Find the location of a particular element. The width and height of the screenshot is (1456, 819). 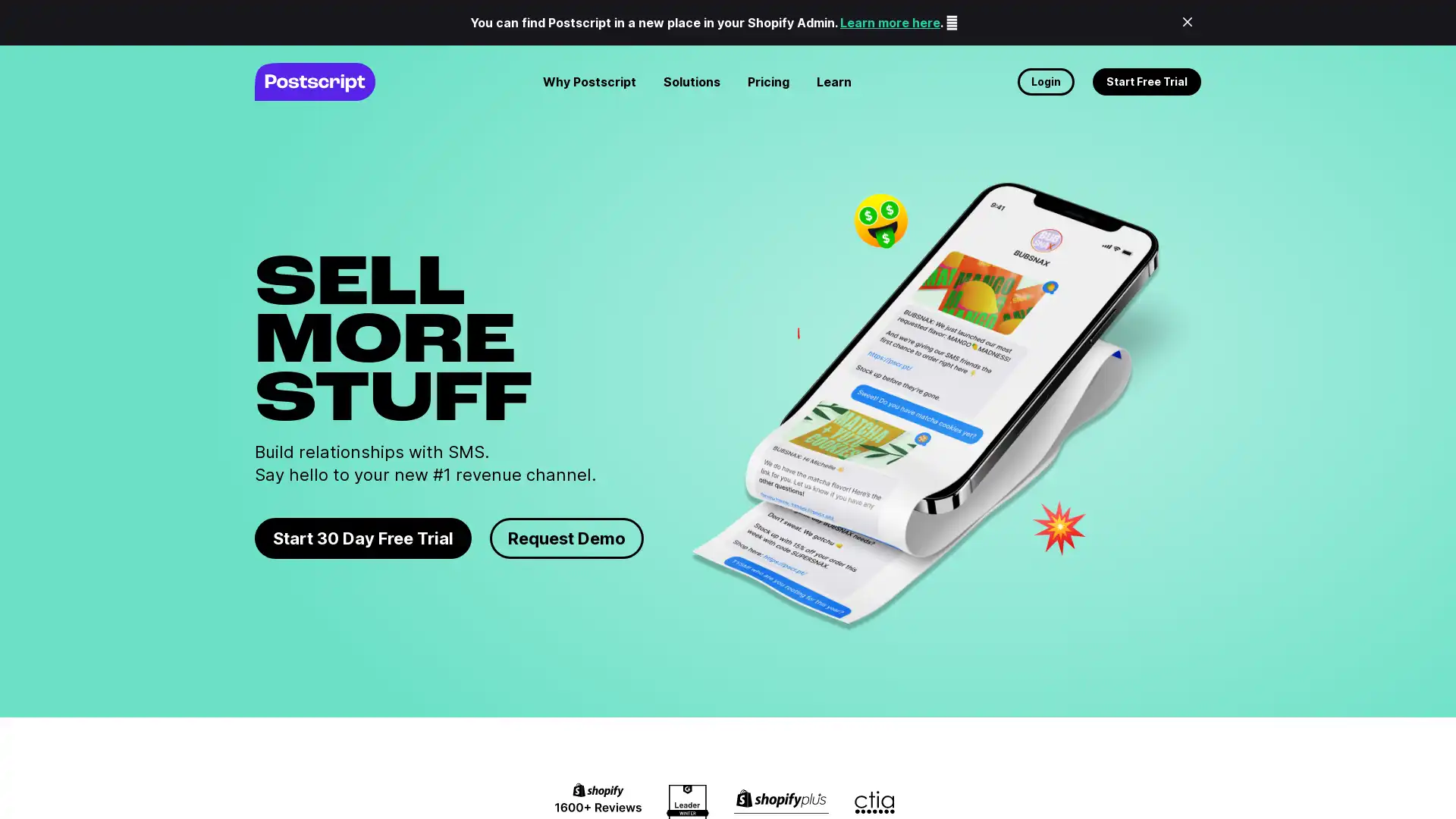

Solutions is located at coordinates (690, 81).